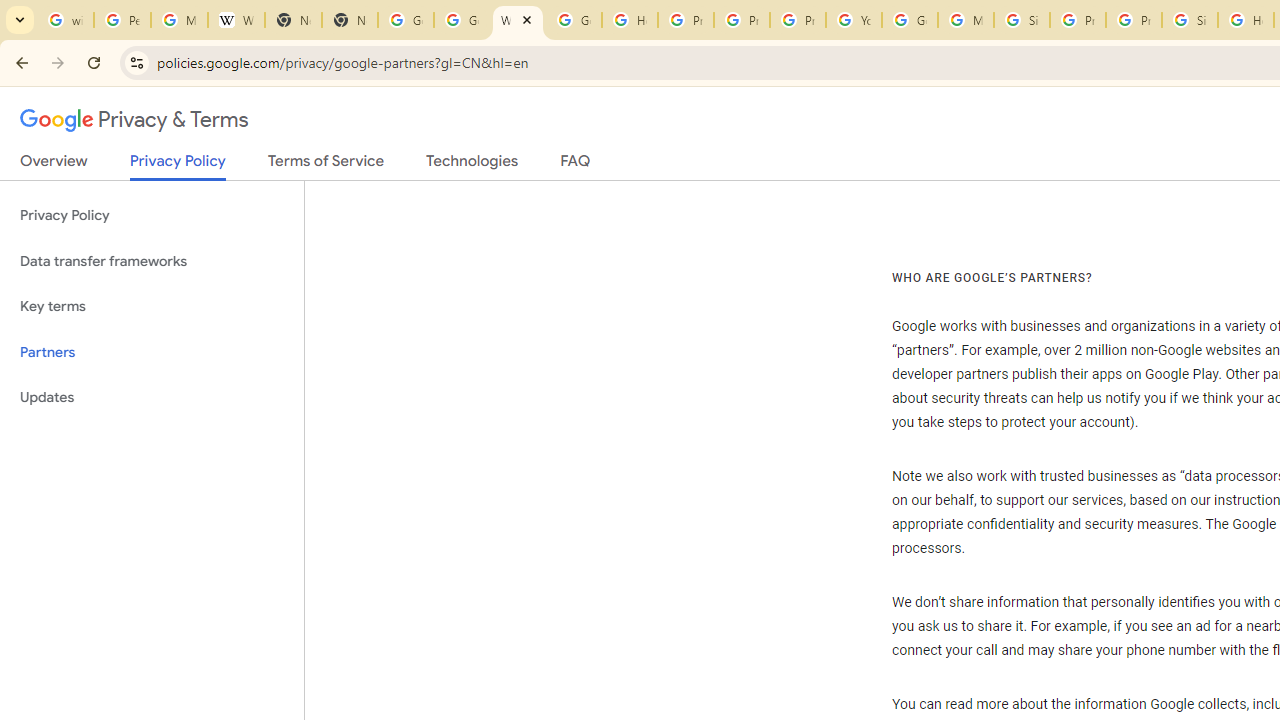 This screenshot has width=1280, height=720. Describe the element at coordinates (461, 20) in the screenshot. I see `'Google Drive: Sign-in'` at that location.